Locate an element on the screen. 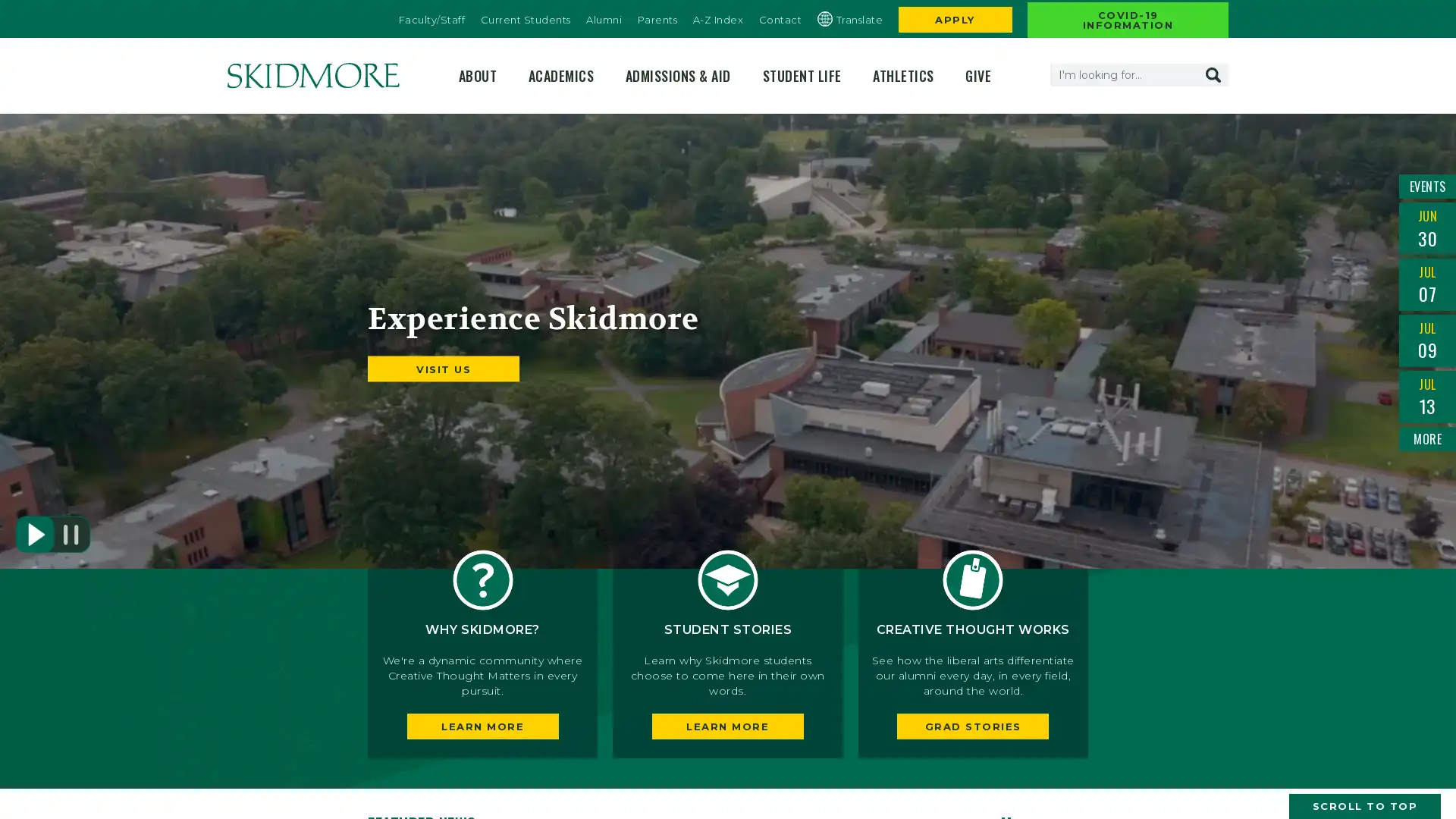 This screenshot has width=1456, height=819. Search is located at coordinates (1215, 75).